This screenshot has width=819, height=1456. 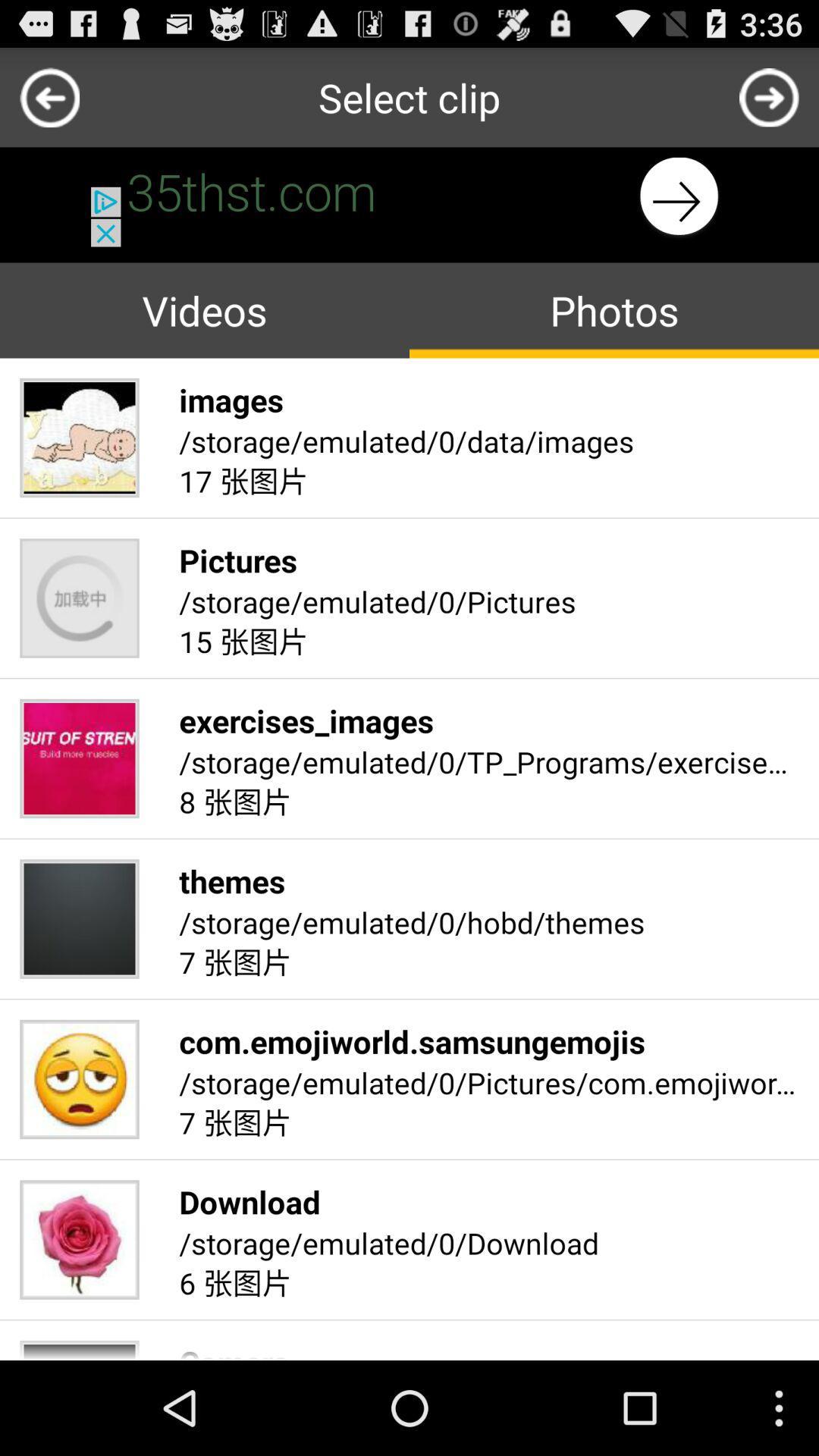 What do you see at coordinates (769, 103) in the screenshot?
I see `the arrow_forward icon` at bounding box center [769, 103].